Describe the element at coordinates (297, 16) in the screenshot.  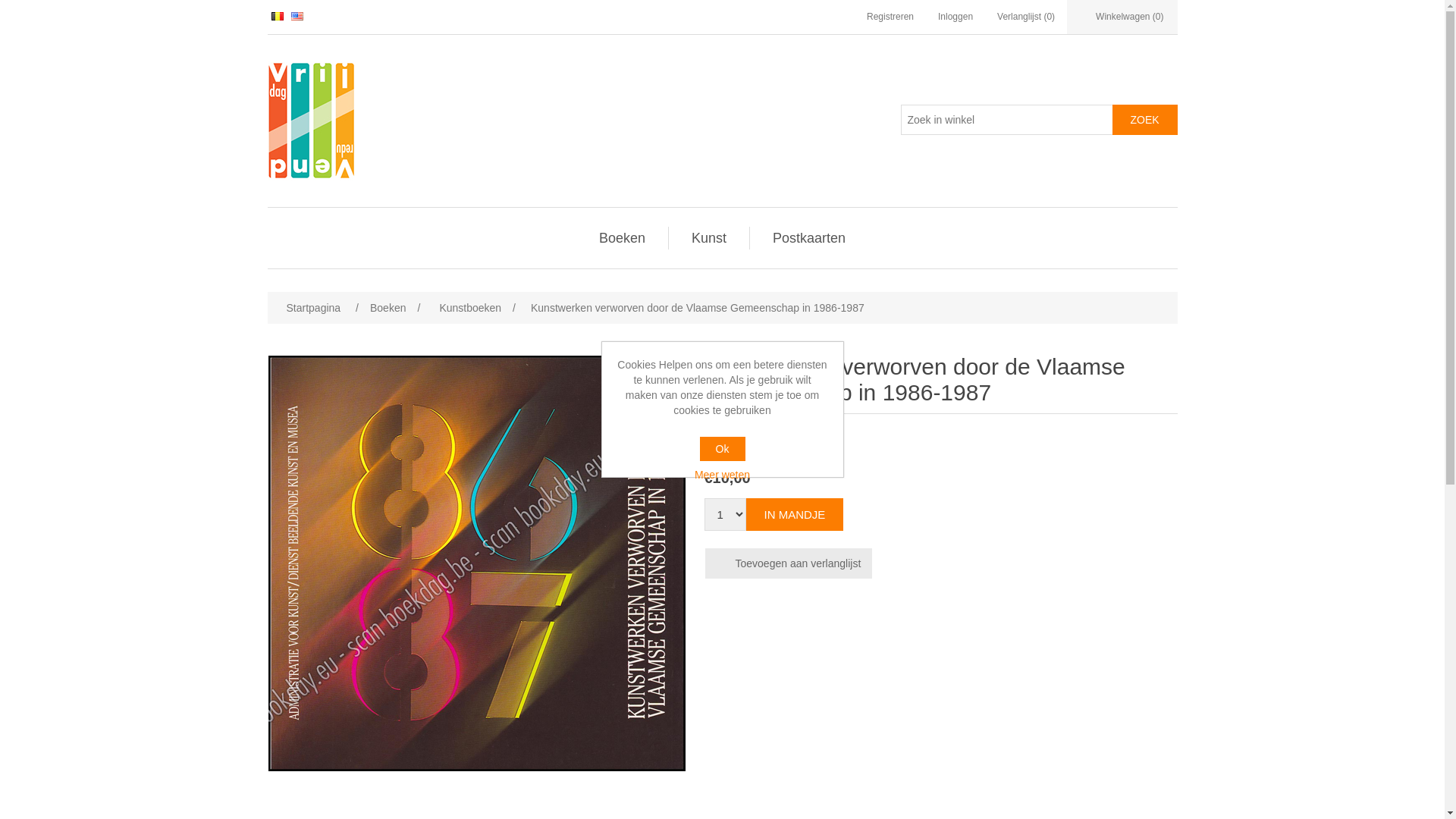
I see `'English'` at that location.